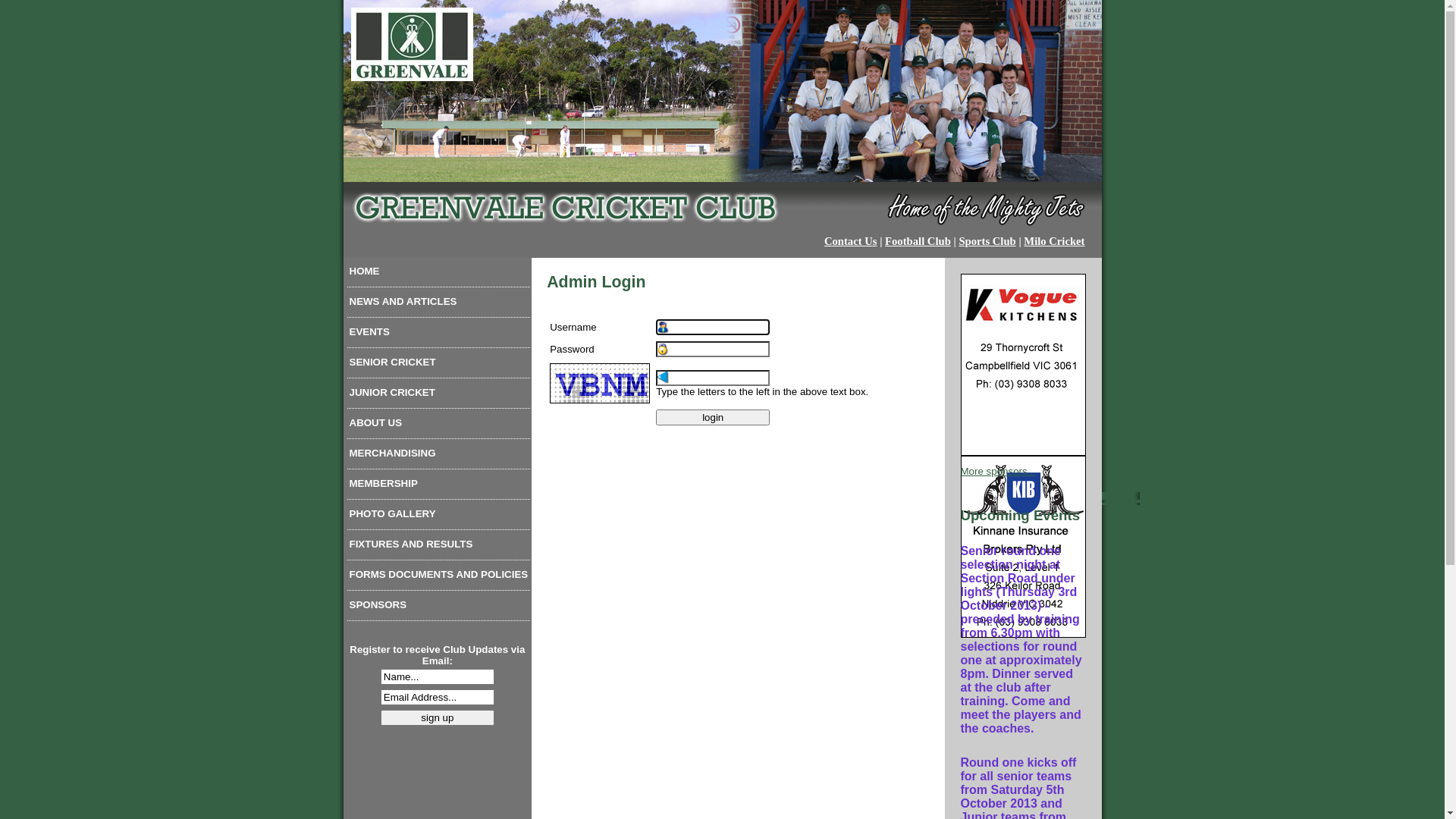 This screenshot has width=1456, height=819. Describe the element at coordinates (438, 486) in the screenshot. I see `'MEMBERSHIP'` at that location.